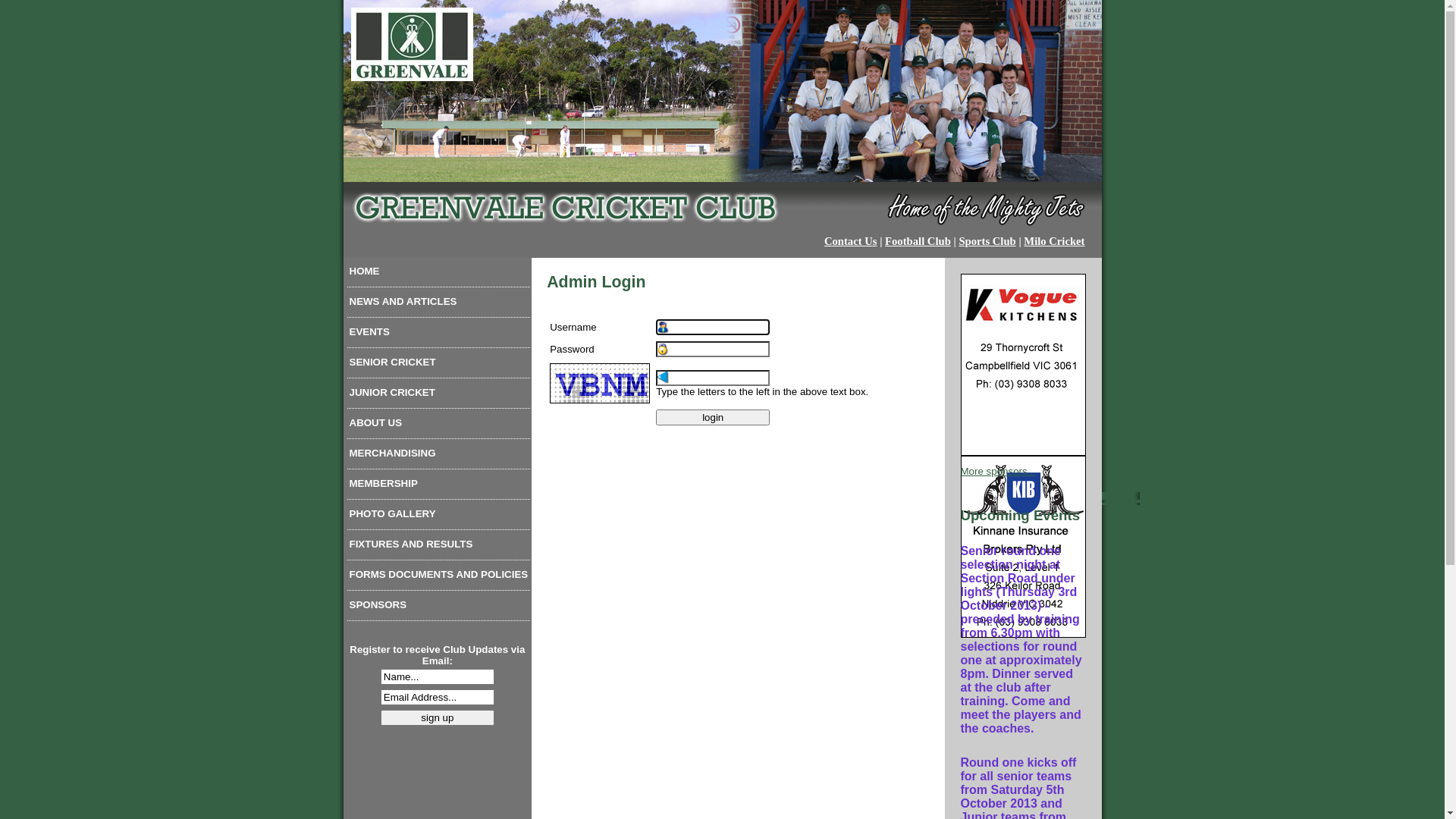 This screenshot has width=1456, height=819. Describe the element at coordinates (438, 486) in the screenshot. I see `'MEMBERSHIP'` at that location.